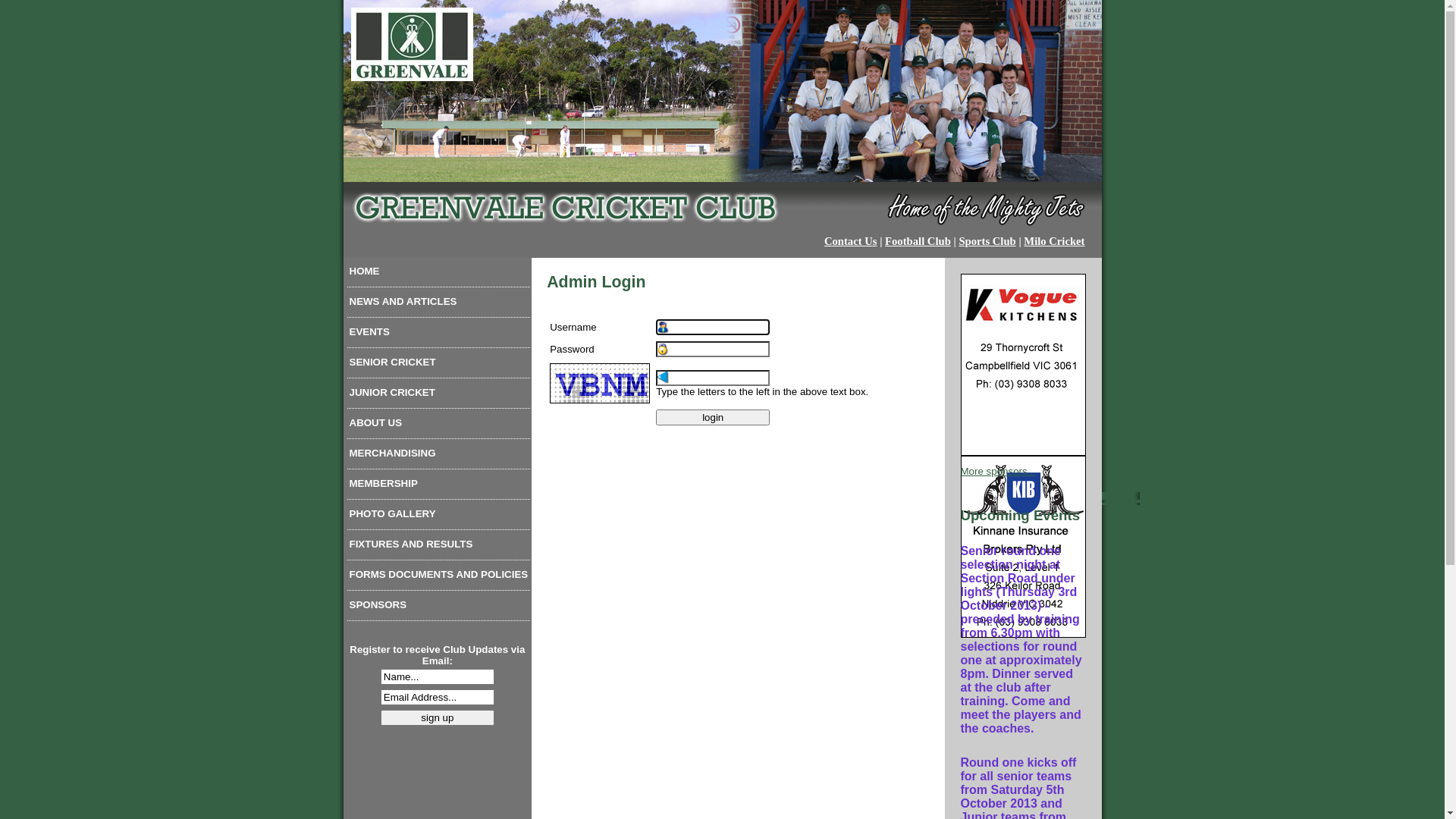 This screenshot has width=1456, height=819. Describe the element at coordinates (438, 486) in the screenshot. I see `'MEMBERSHIP'` at that location.